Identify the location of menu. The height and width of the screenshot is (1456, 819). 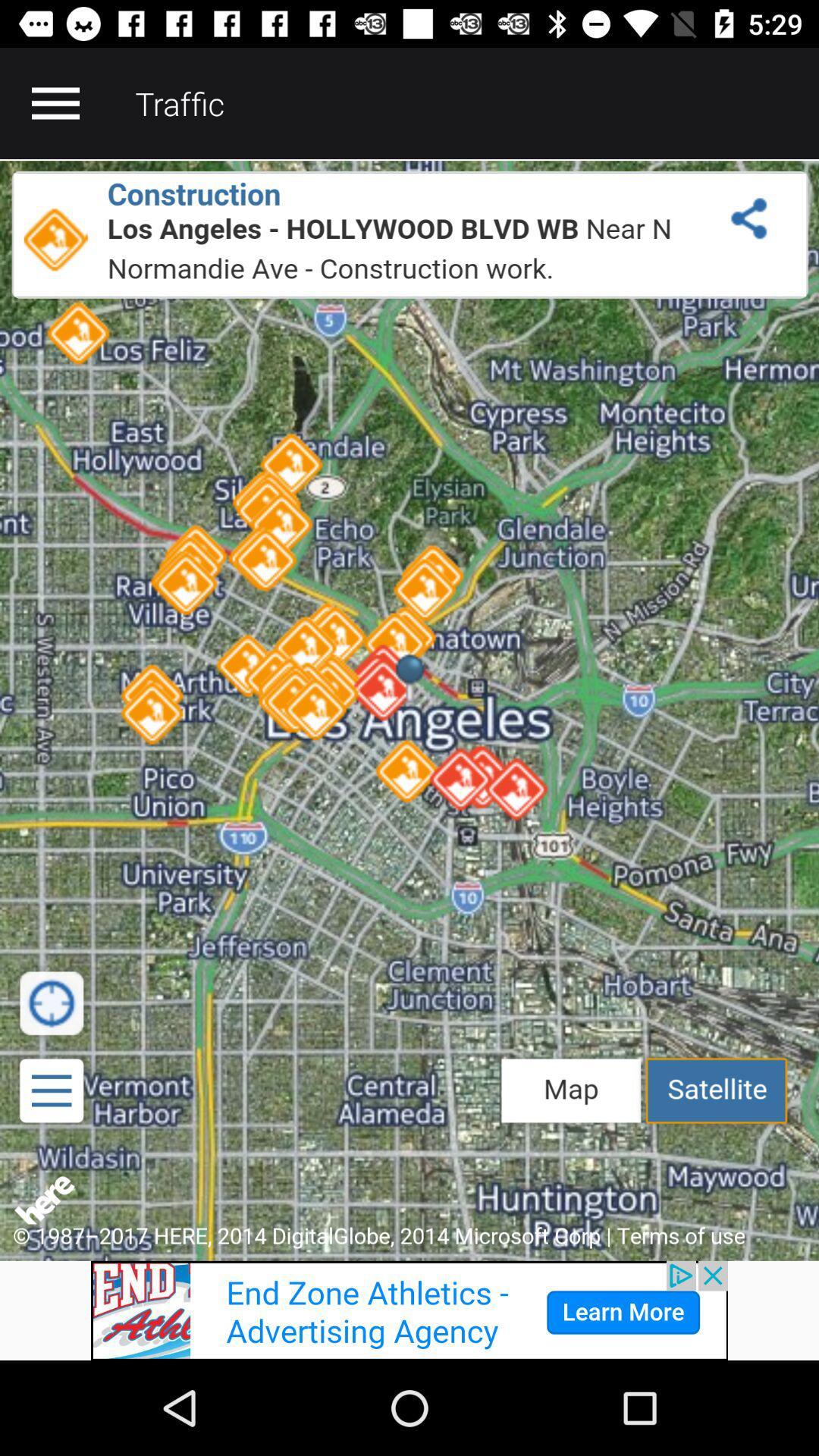
(55, 102).